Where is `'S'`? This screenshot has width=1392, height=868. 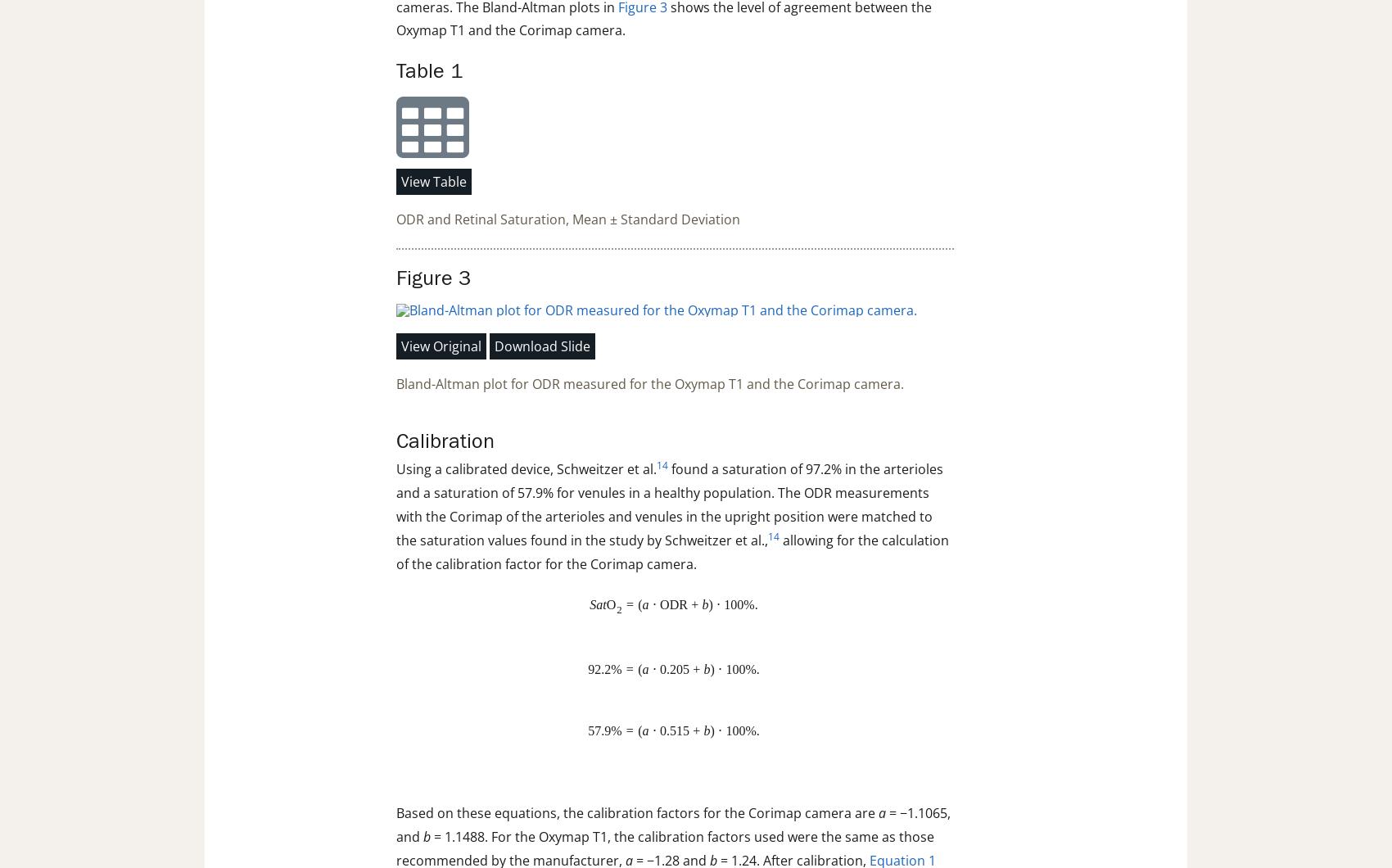 'S' is located at coordinates (593, 604).